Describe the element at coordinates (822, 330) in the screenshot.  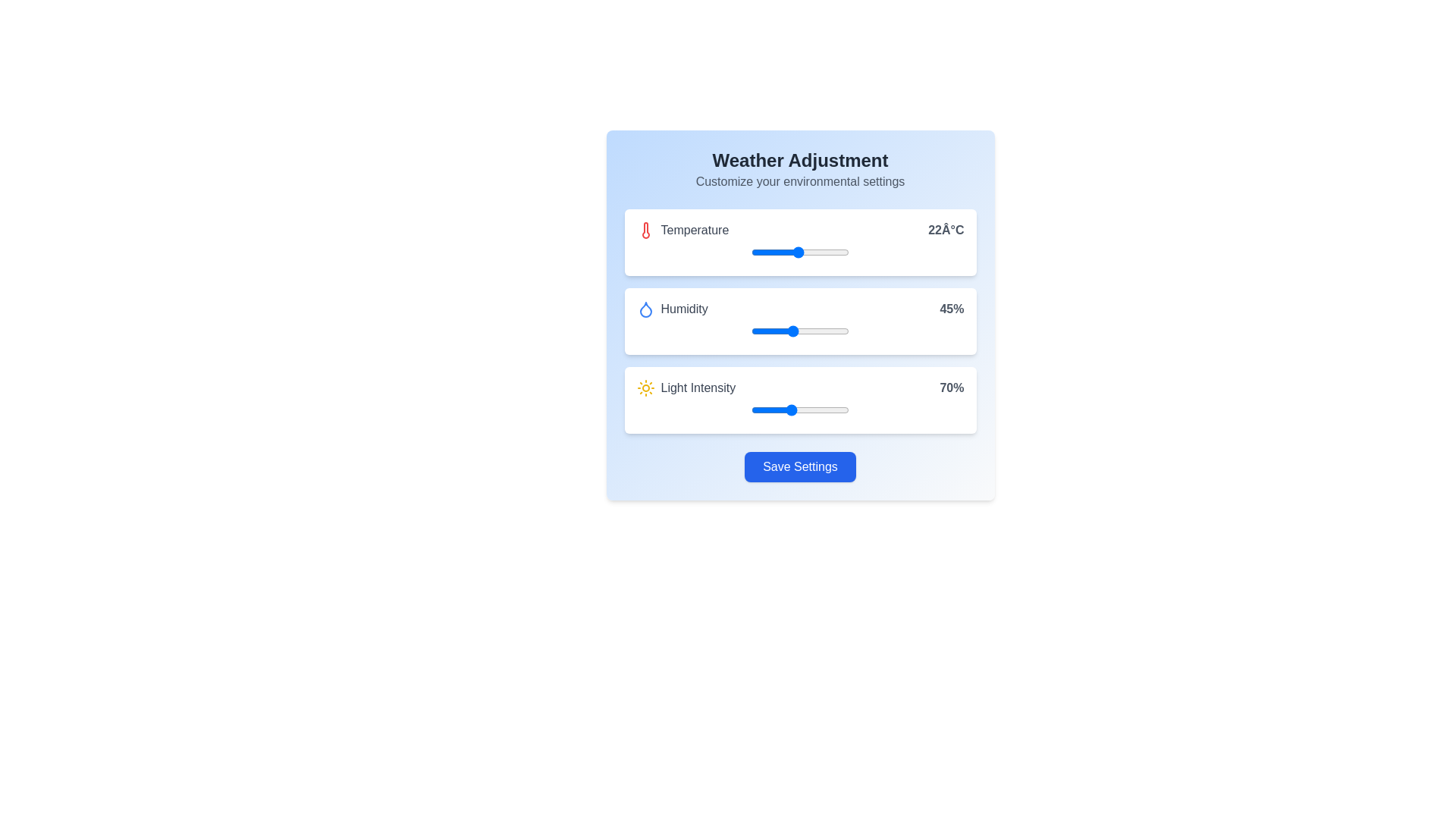
I see `the humidity level` at that location.